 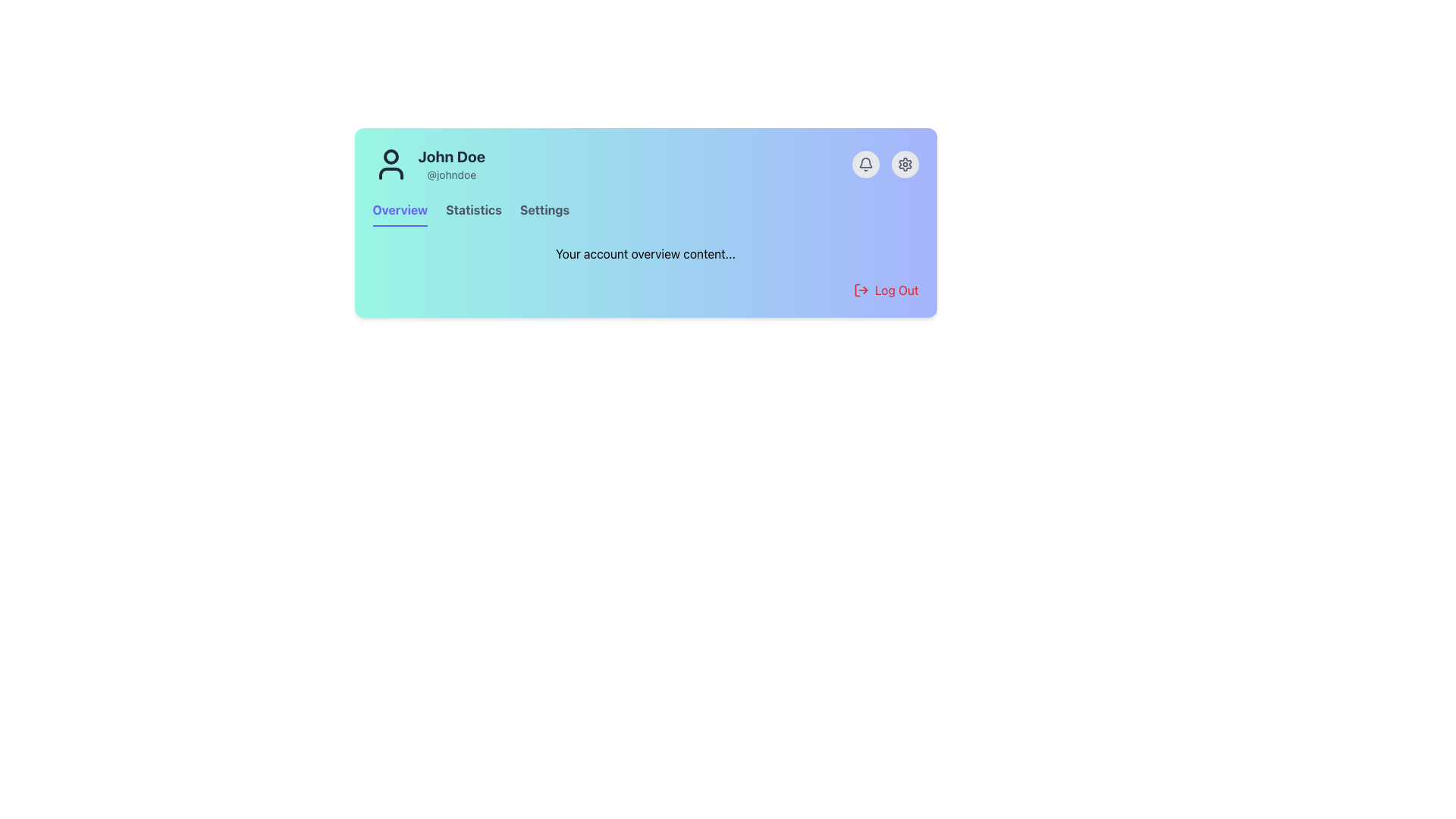 I want to click on displayed text of the Text Label that shows the user's name, which is positioned to the right of the user icon at the upper portion of the interface, so click(x=450, y=157).